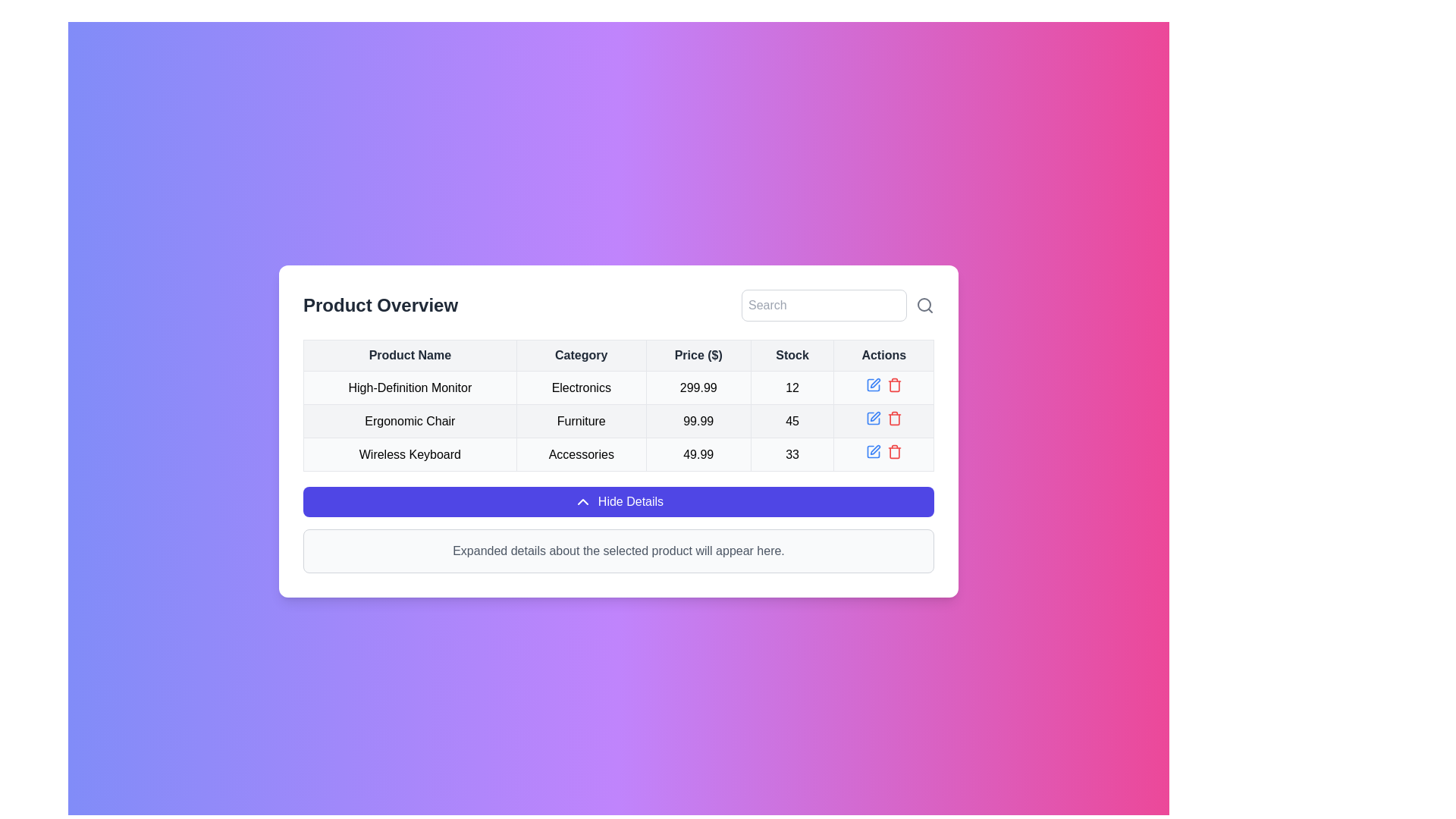 The width and height of the screenshot is (1456, 819). I want to click on the circular component of the search icon within the SVG graphic, located at the top-right corner of the table layout, so click(924, 304).